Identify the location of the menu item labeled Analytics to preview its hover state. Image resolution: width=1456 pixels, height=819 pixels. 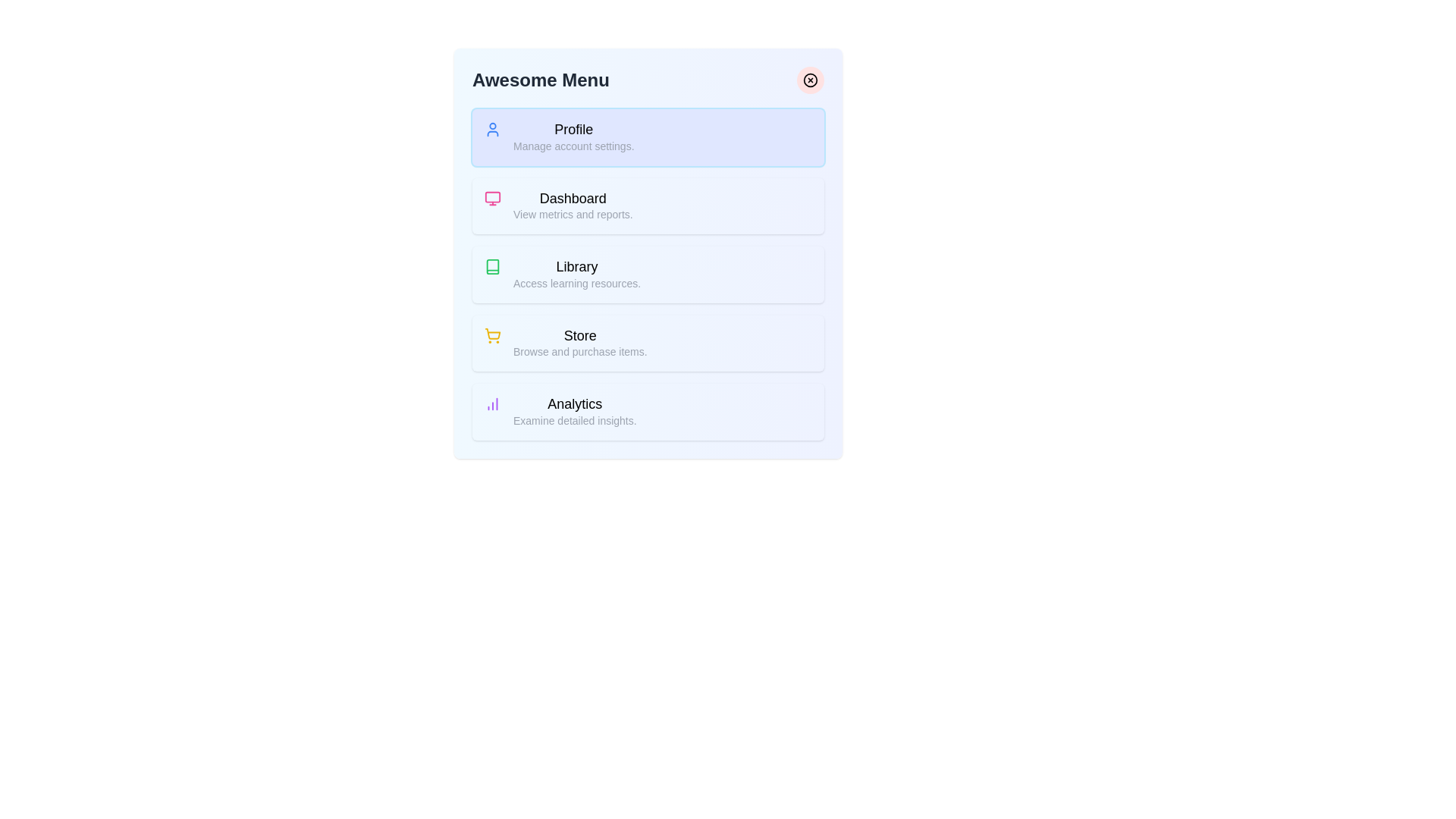
(648, 412).